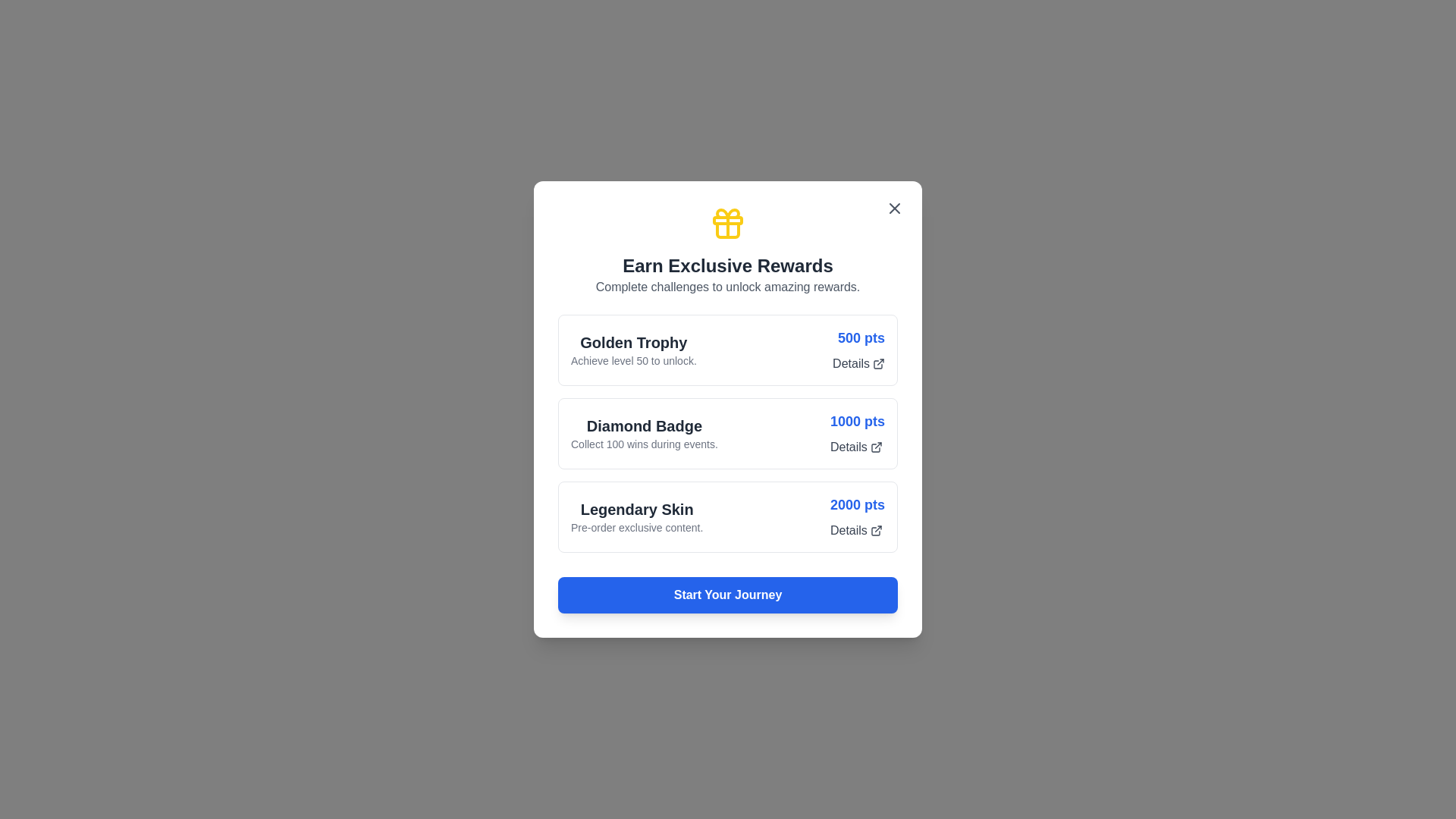  Describe the element at coordinates (856, 529) in the screenshot. I see `the hyperlink with an external reference icon that provides additional information about the 'Legendary Skin' reward, located in the bottom section of the reward listing in the modal` at that location.